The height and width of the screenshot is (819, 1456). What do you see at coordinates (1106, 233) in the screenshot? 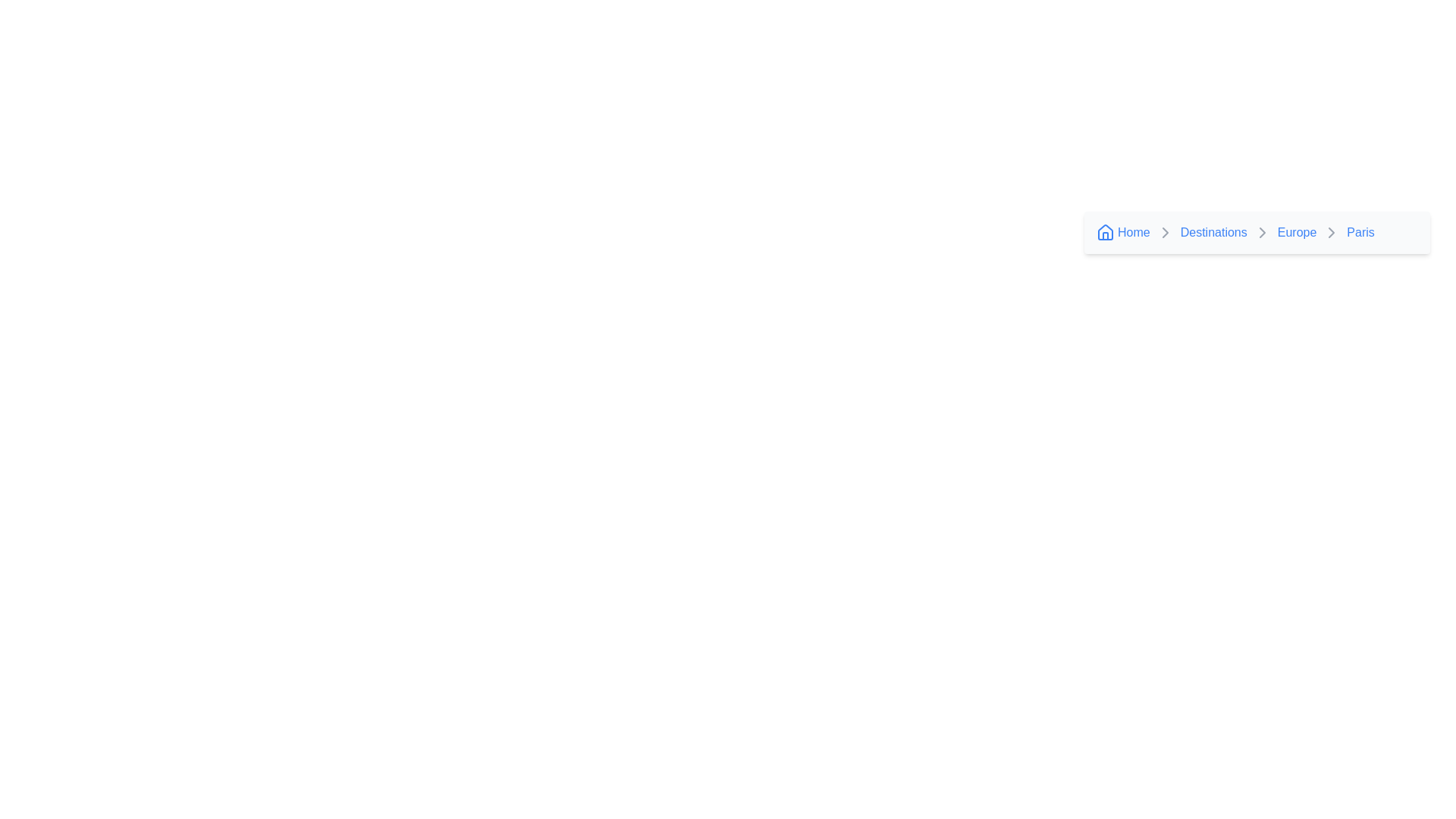
I see `the house-shaped SVG icon in the breadcrumb navigation` at bounding box center [1106, 233].